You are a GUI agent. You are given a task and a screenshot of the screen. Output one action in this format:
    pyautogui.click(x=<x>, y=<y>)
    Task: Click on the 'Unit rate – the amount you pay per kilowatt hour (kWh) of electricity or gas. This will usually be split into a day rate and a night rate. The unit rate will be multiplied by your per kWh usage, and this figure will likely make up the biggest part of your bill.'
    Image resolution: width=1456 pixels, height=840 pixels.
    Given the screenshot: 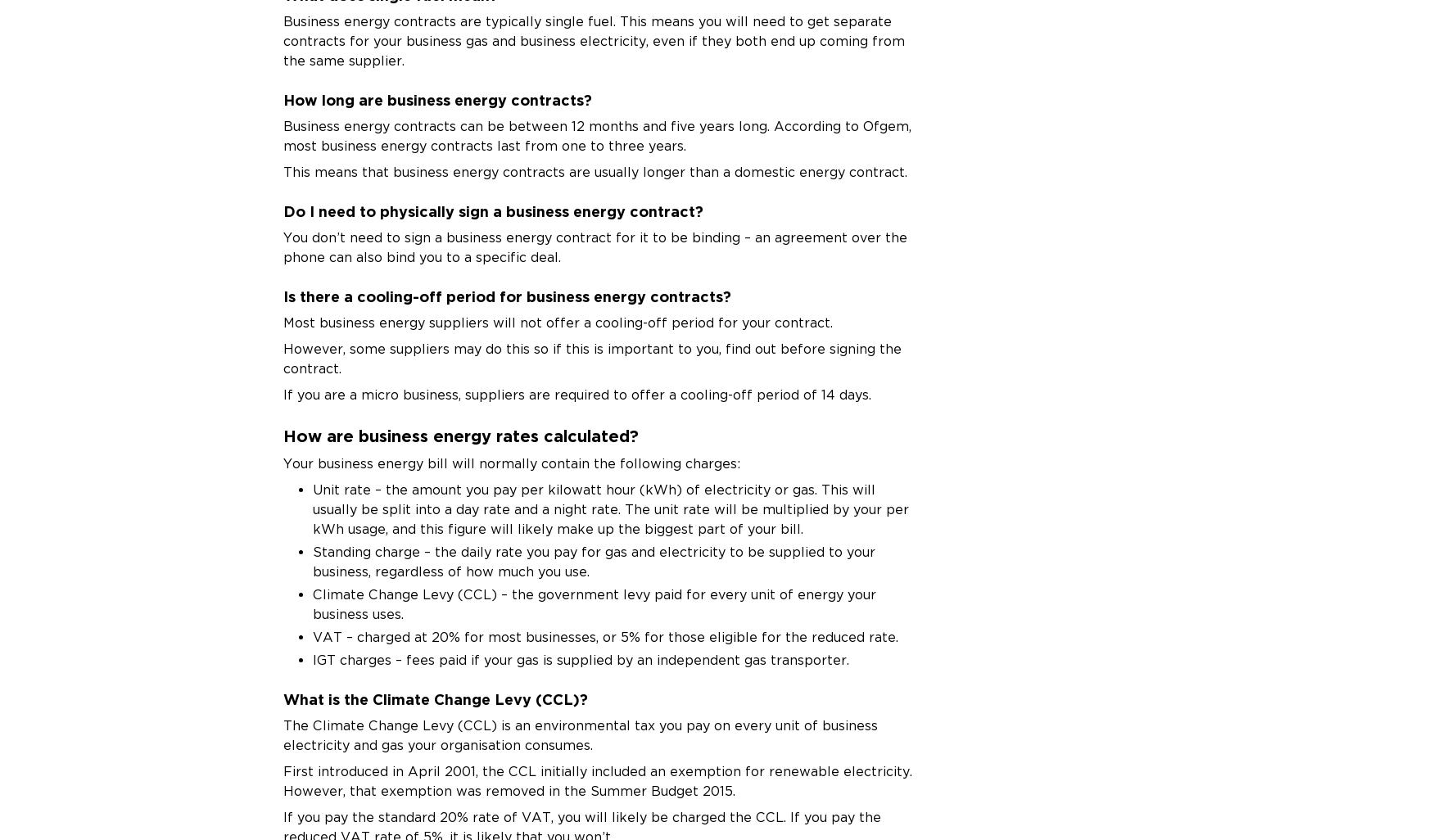 What is the action you would take?
    pyautogui.click(x=610, y=508)
    